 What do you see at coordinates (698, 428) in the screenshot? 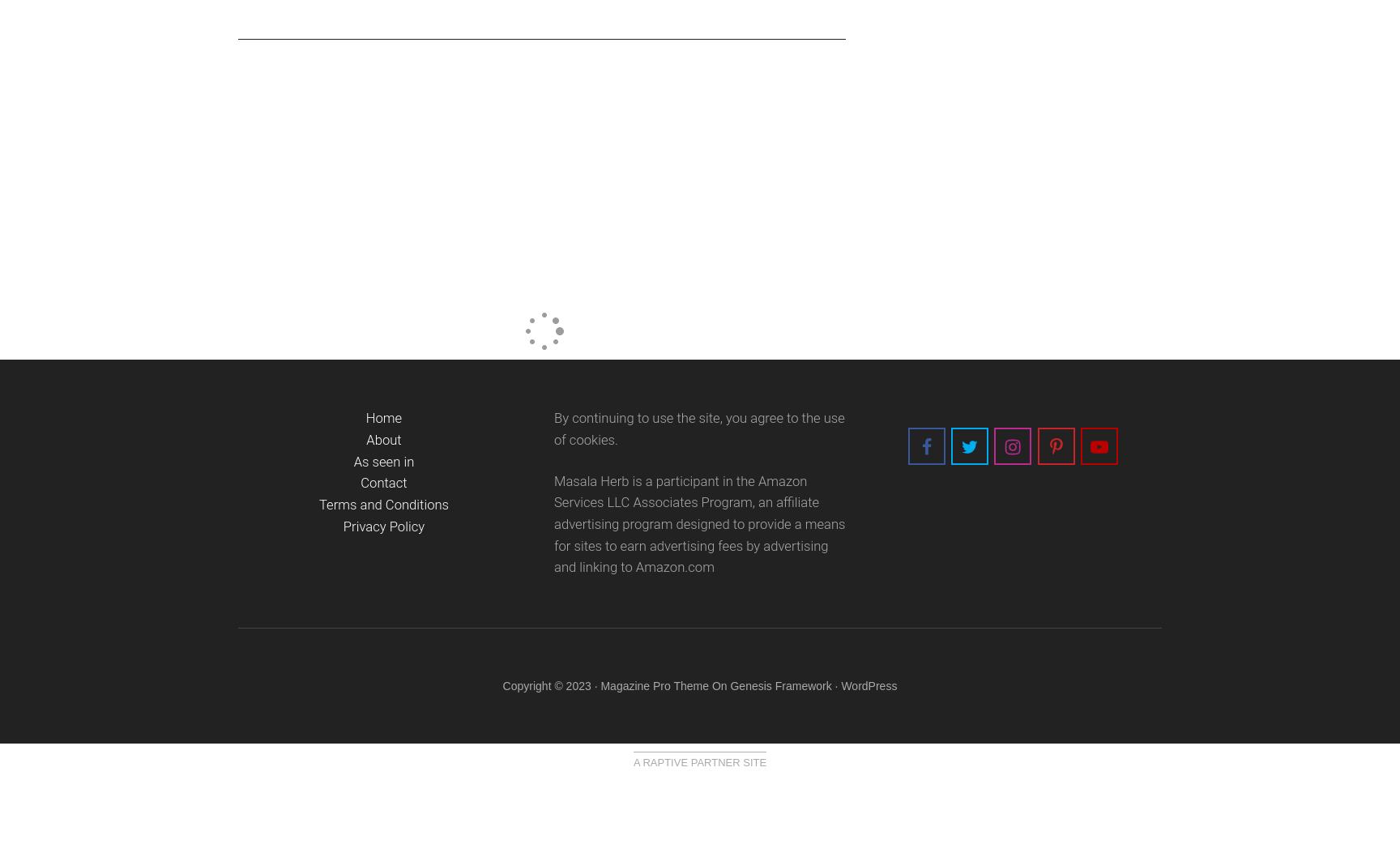
I see `'By continuing to use the site, you agree to the use of cookies.'` at bounding box center [698, 428].